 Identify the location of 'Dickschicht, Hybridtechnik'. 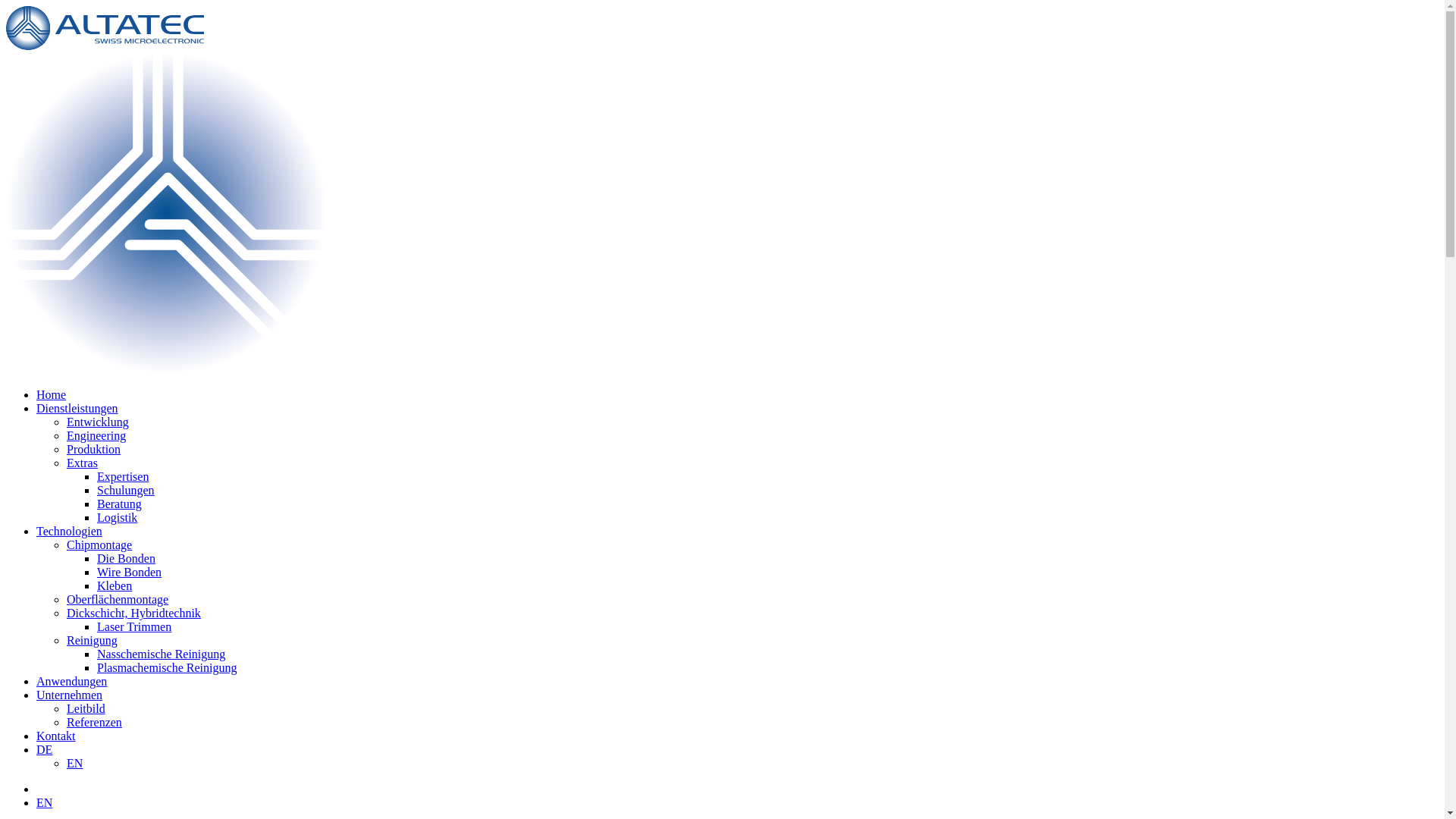
(133, 612).